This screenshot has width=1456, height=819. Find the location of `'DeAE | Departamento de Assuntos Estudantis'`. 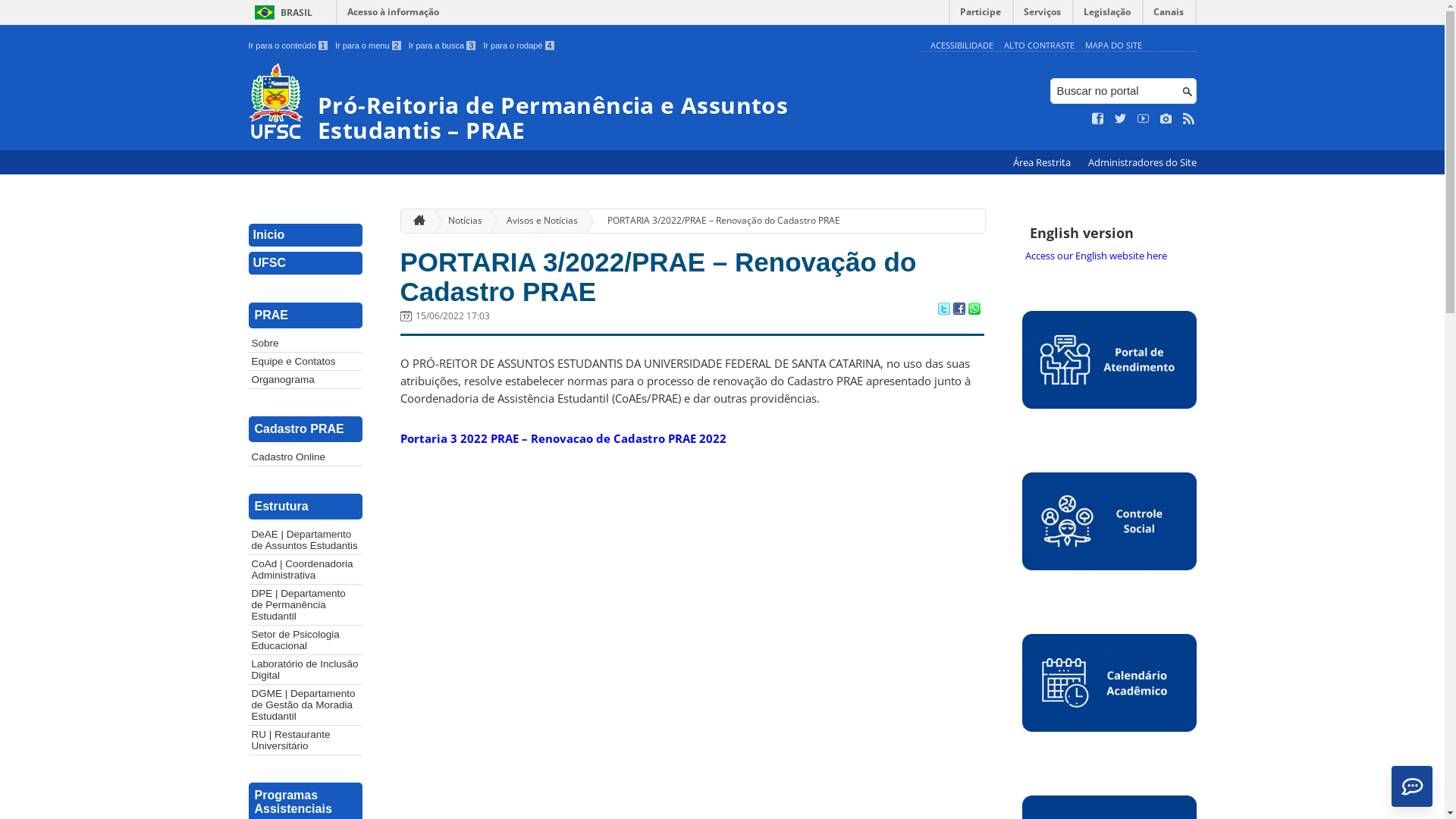

'DeAE | Departamento de Assuntos Estudantis' is located at coordinates (248, 539).